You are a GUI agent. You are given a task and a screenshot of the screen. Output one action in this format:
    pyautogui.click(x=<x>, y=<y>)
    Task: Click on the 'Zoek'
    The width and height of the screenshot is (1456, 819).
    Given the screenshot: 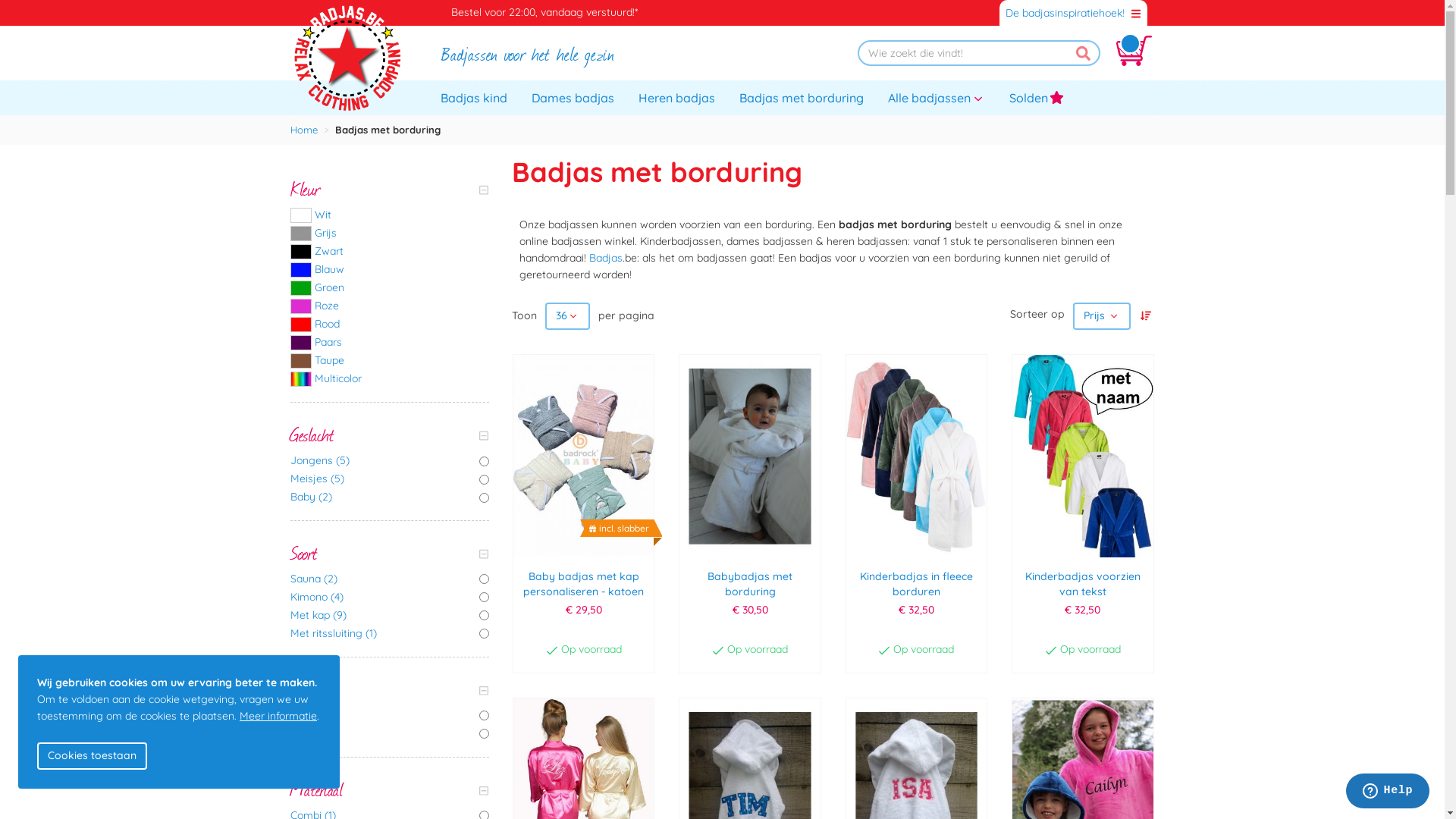 What is the action you would take?
    pyautogui.click(x=1082, y=52)
    